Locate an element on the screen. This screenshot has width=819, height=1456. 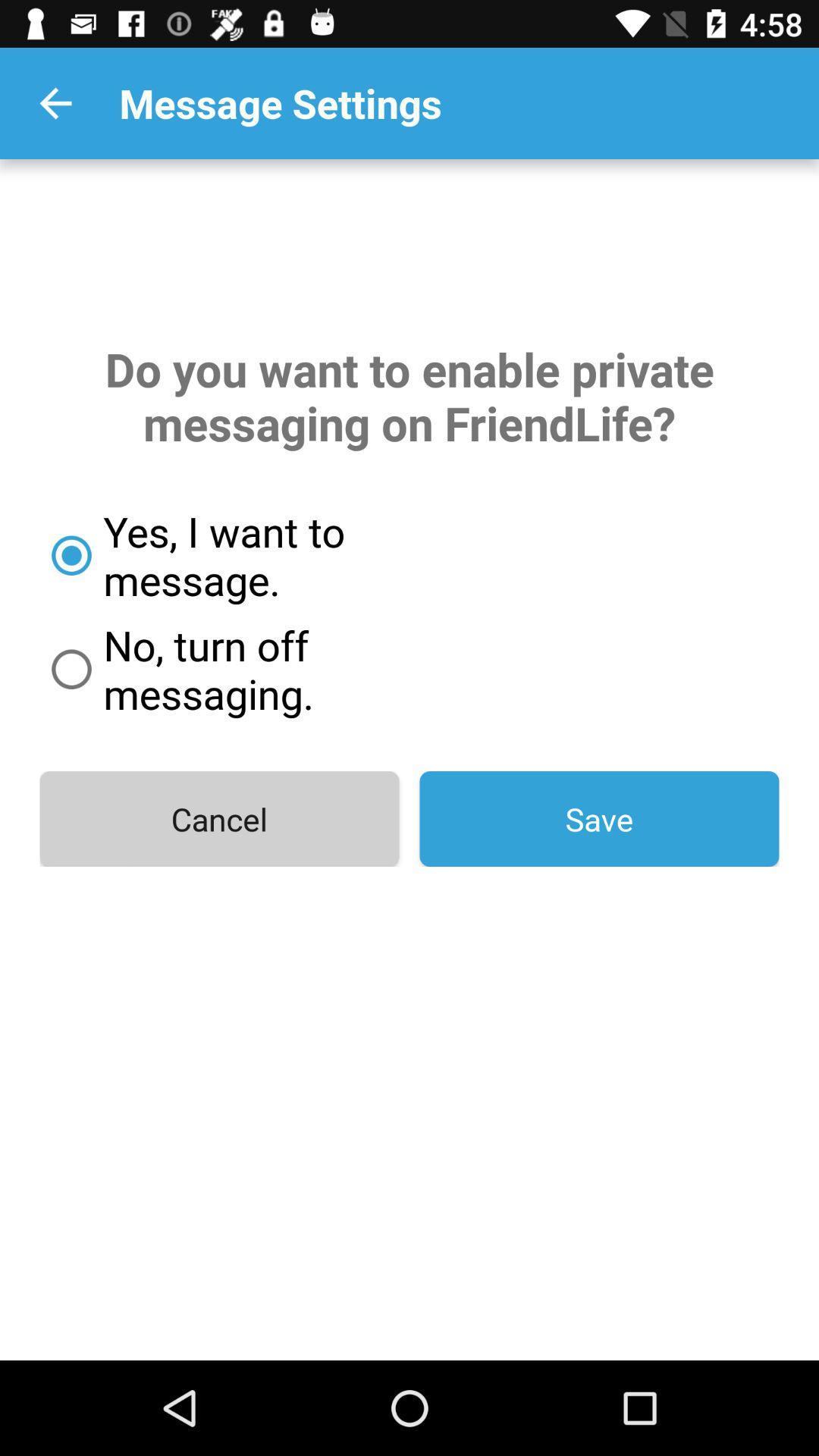
the item next to cancel icon is located at coordinates (598, 818).